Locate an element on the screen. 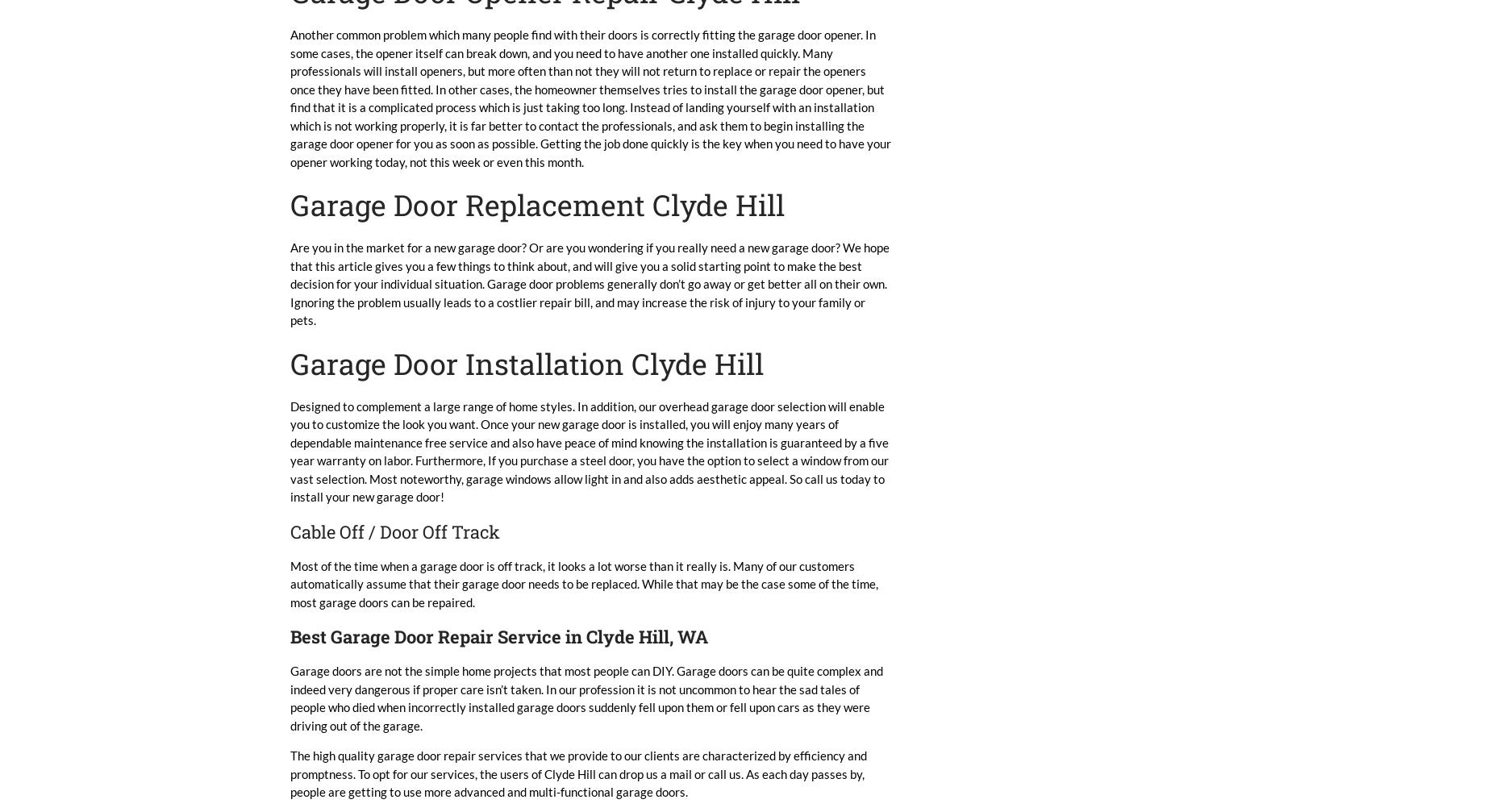  'The high quality garage door repair services that we provide to our clients are characterized by efficiency and promptness. To opt for our services, the users of Clyde Hill can drop us a mail or call us. As each day passes by, people are getting to use more advanced and multi-functional garage doors.' is located at coordinates (578, 772).